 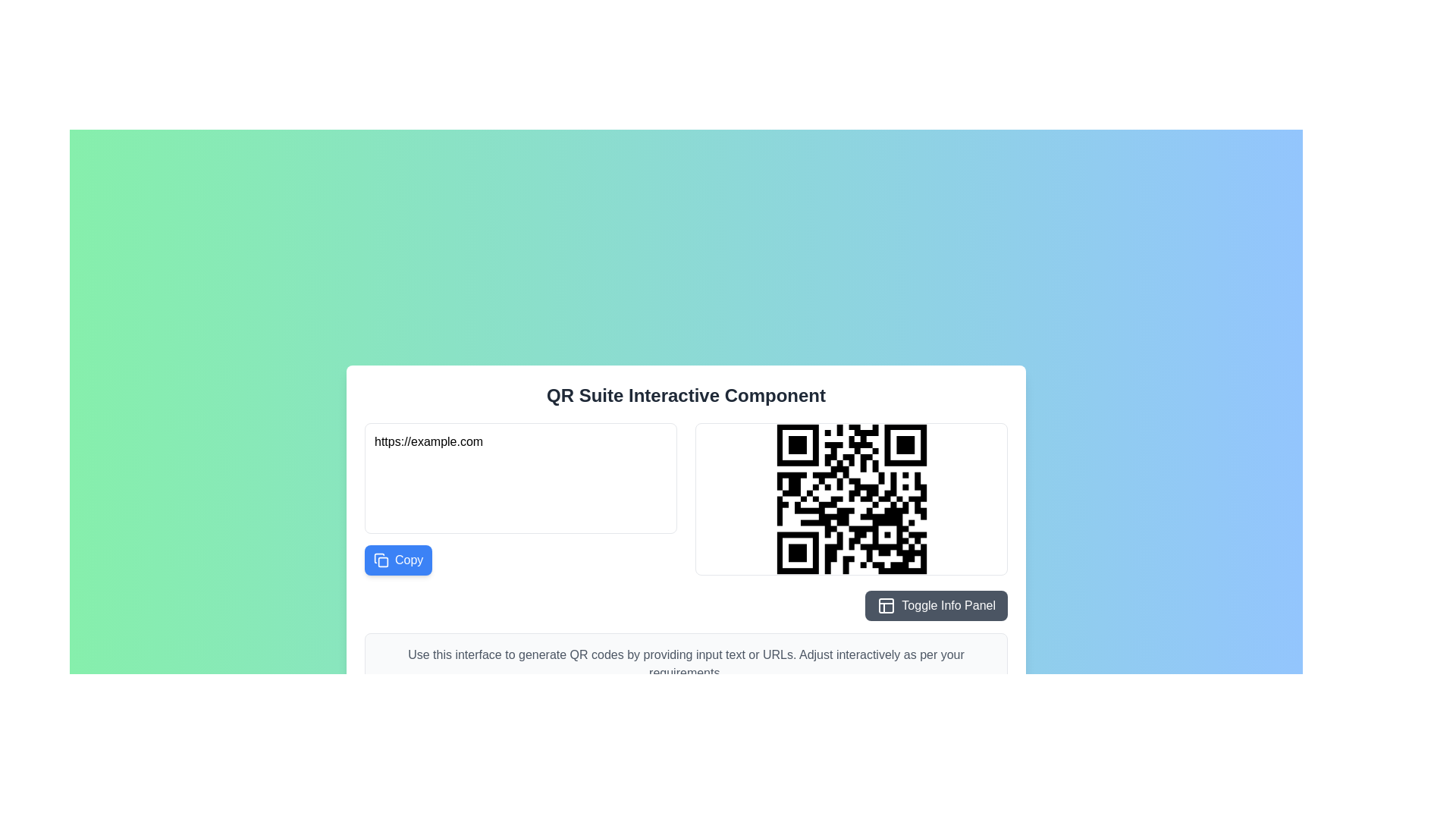 What do you see at coordinates (383, 561) in the screenshot?
I see `the small graphical icon element that is part of a larger UI icon, located below the text field labeled 'https://example.com' and adjacent to the blue button labeled 'Copy'` at bounding box center [383, 561].